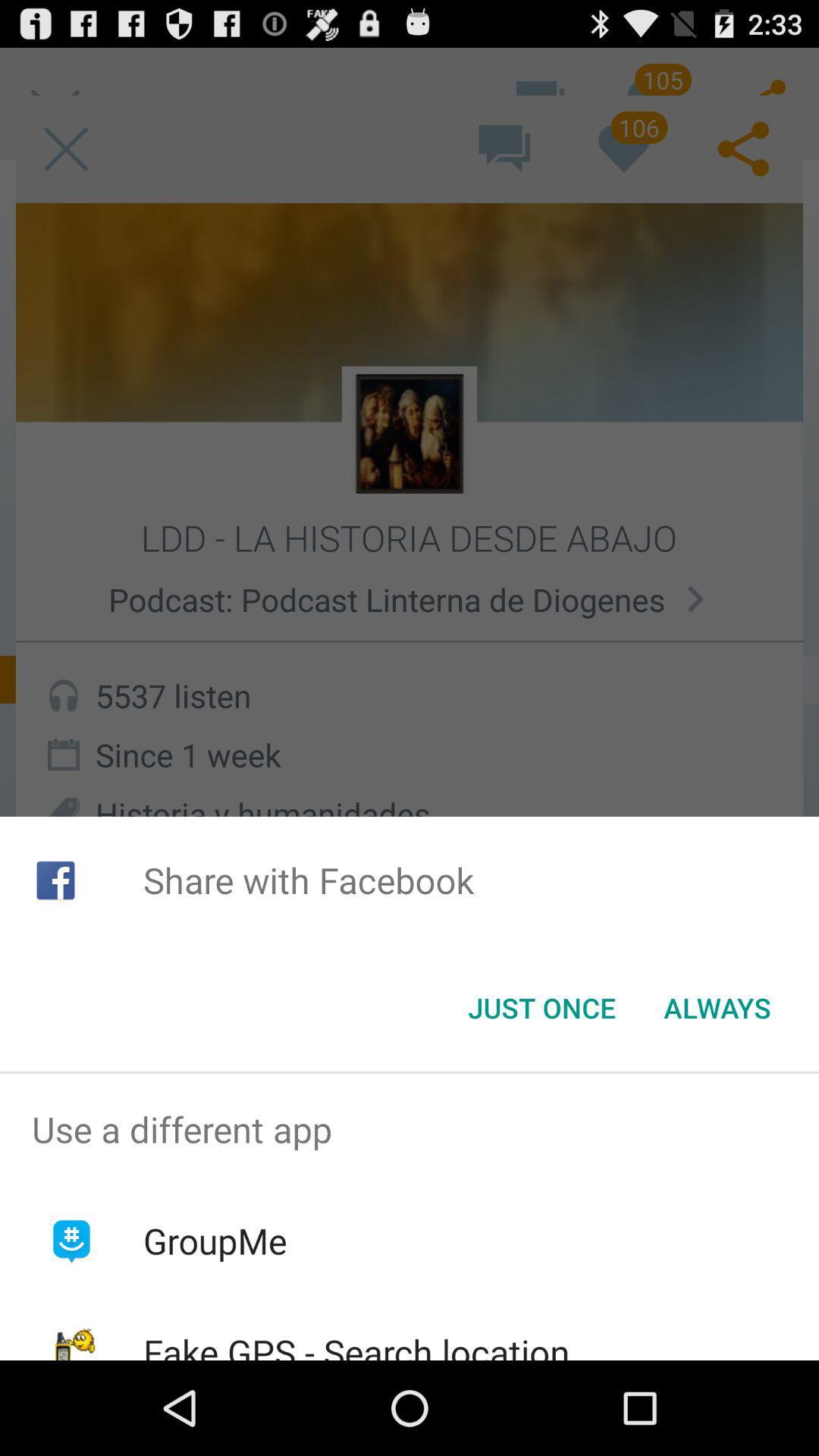 The image size is (819, 1456). I want to click on use a different item, so click(409, 1129).